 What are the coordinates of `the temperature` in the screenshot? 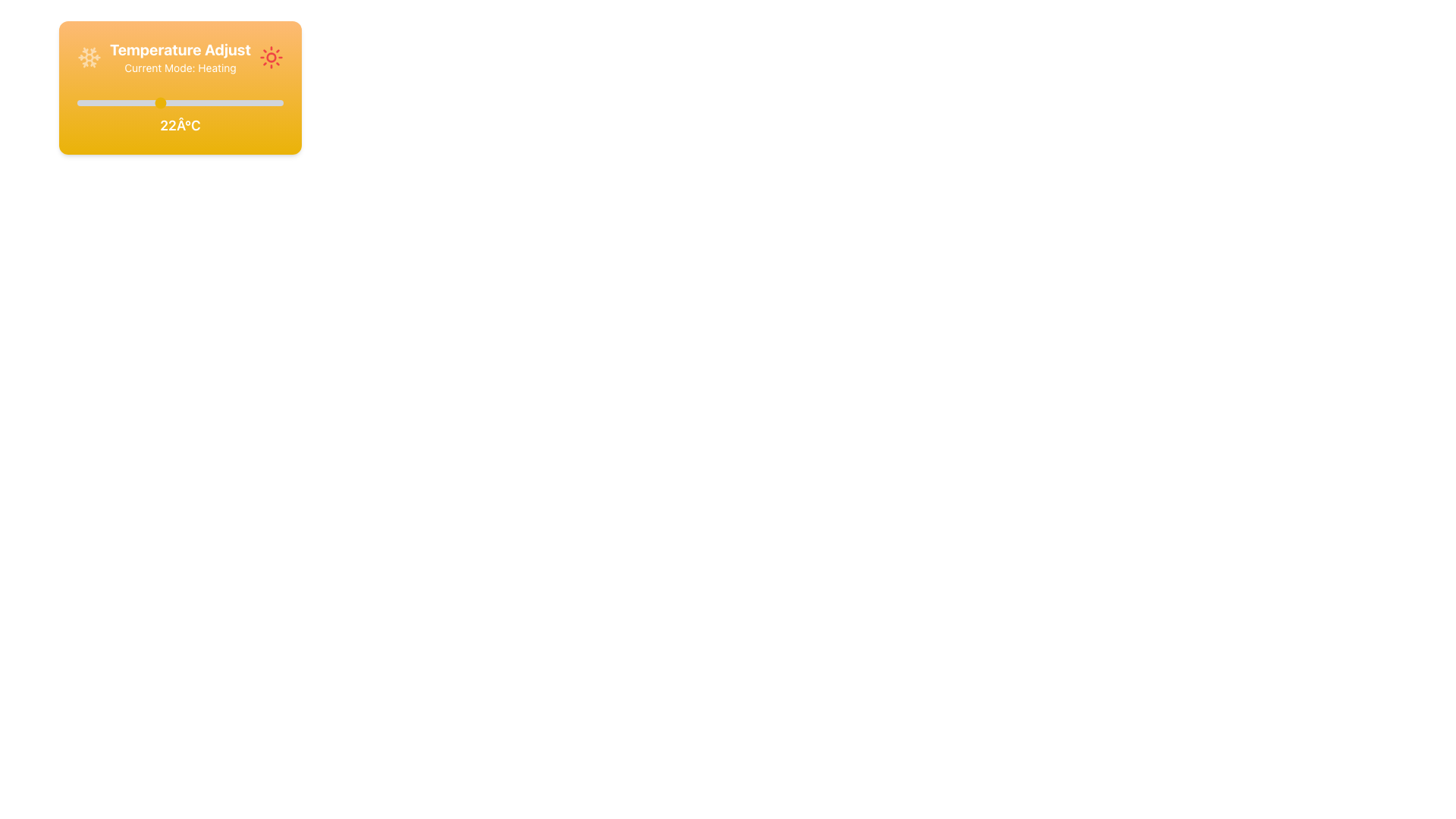 It's located at (249, 102).